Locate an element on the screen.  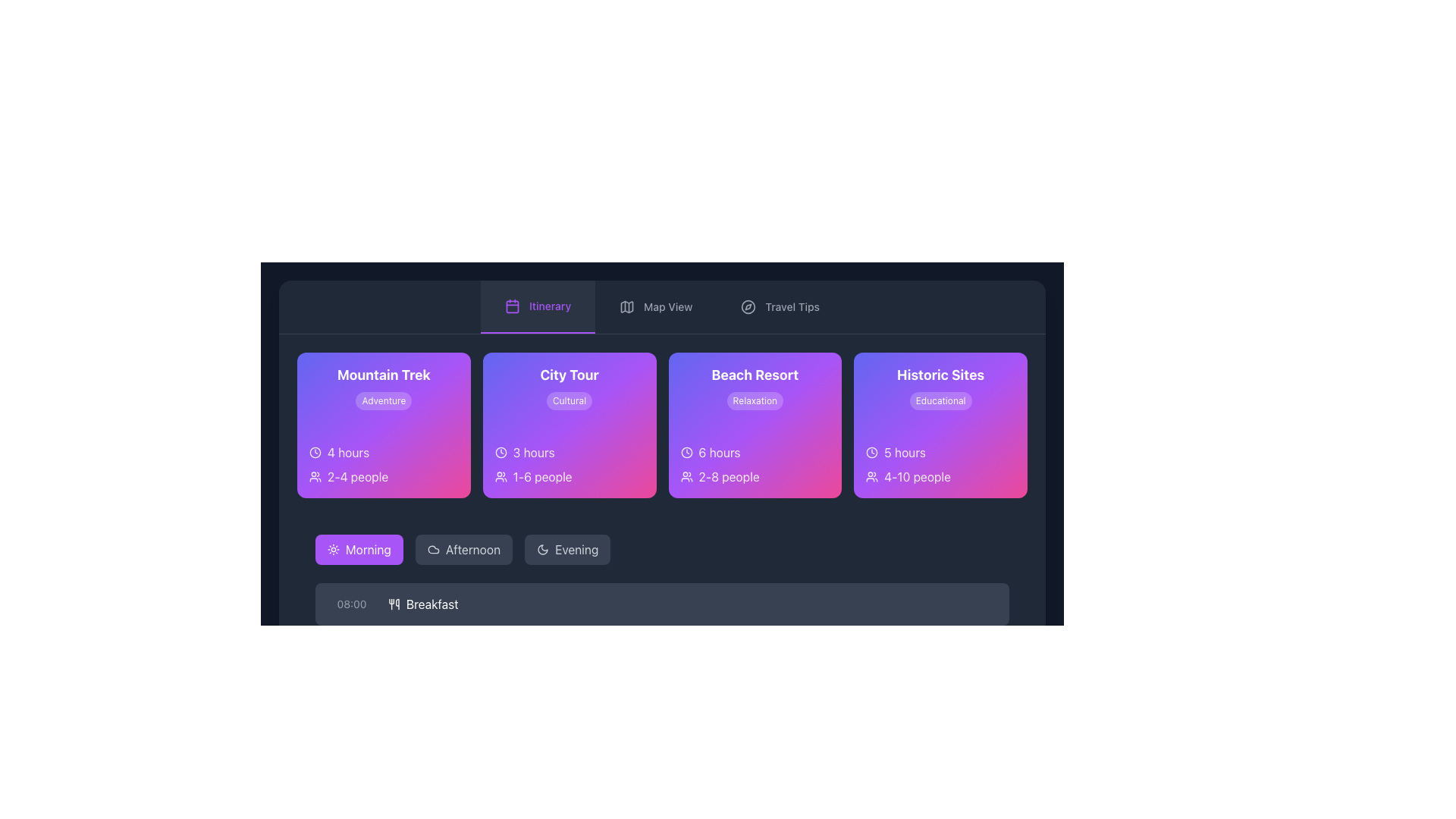
the 'Travel Tips' Text Label (Navigation Item) is located at coordinates (792, 307).